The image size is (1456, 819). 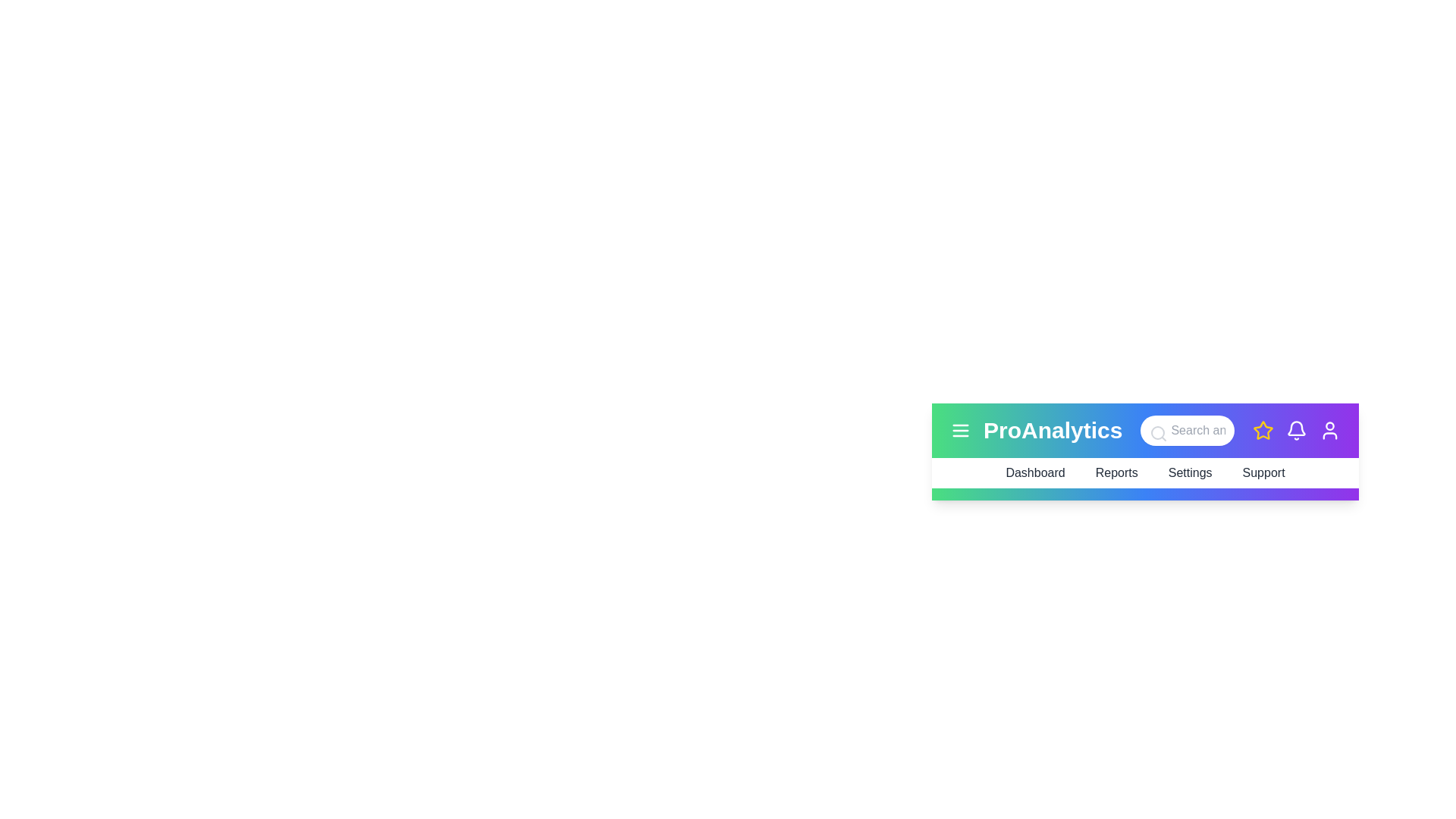 I want to click on the menu option Support, so click(x=1263, y=472).